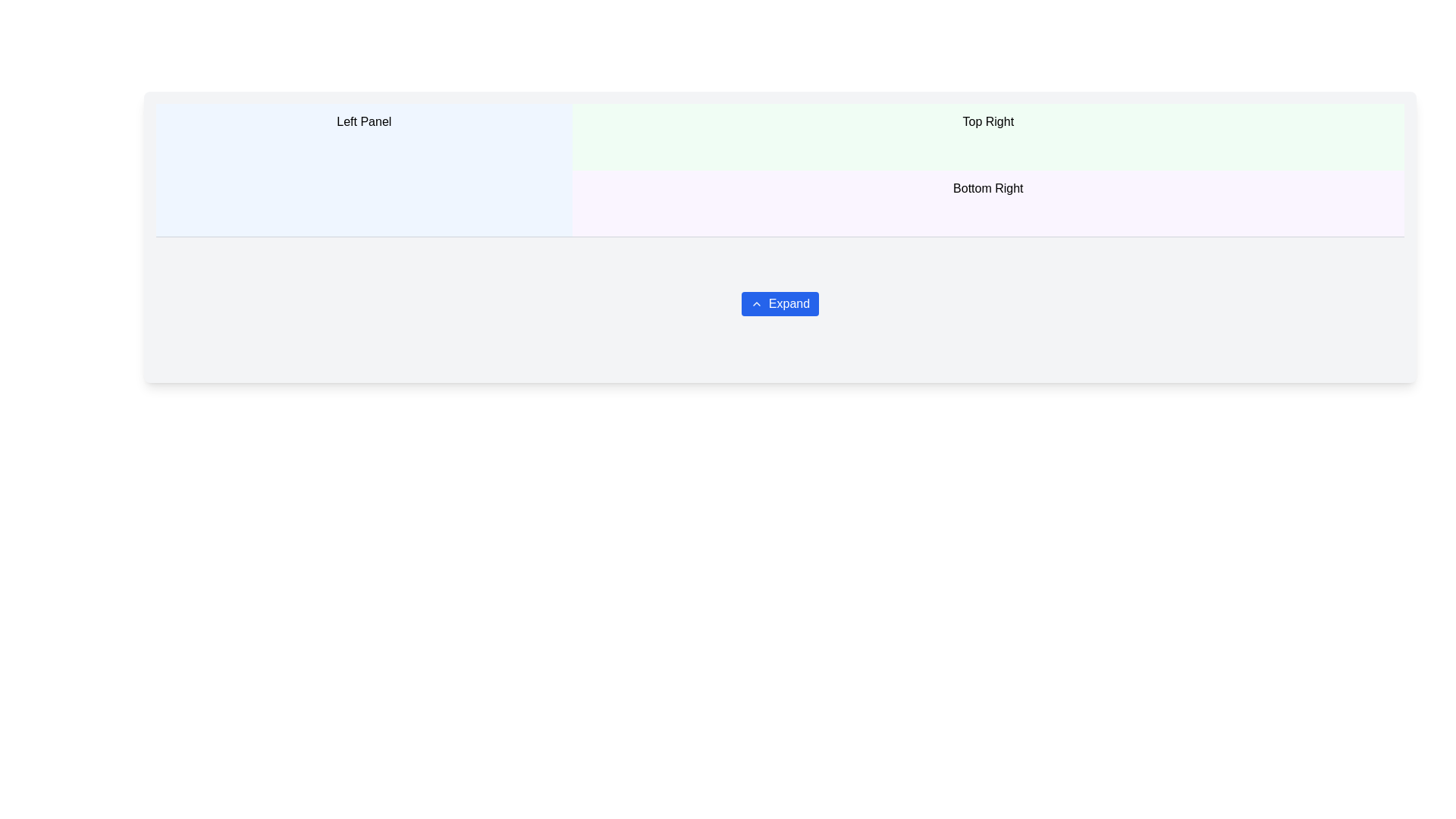 Image resolution: width=1456 pixels, height=819 pixels. What do you see at coordinates (756, 304) in the screenshot?
I see `the upward-pointing chevron icon located inside the blue rectangular 'Expand' button to interact with it` at bounding box center [756, 304].